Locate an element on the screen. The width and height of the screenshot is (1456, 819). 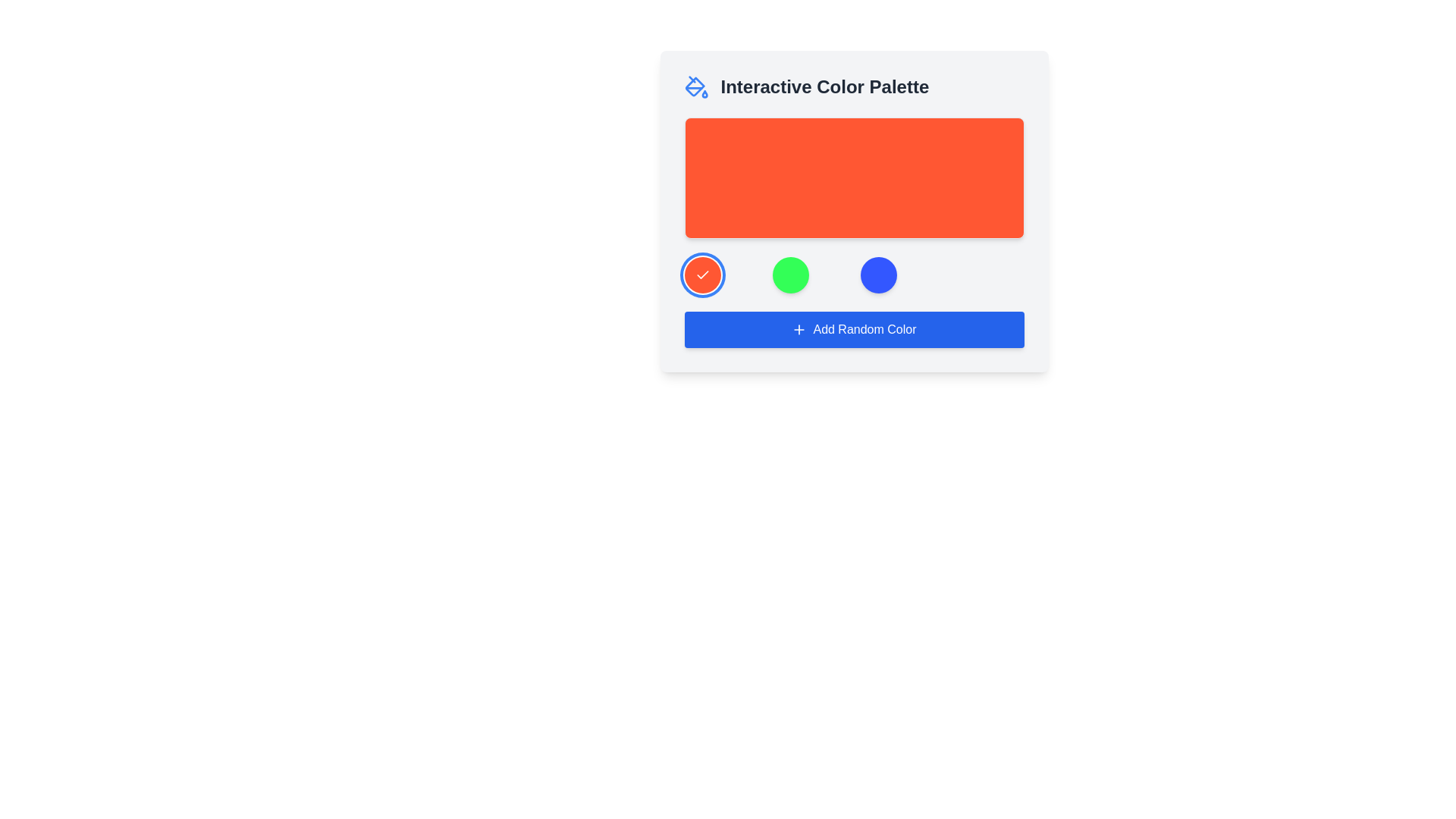
the first circular button located below a large rectangular orange area and above the blue button labeled 'Add Random Color' is located at coordinates (701, 275).